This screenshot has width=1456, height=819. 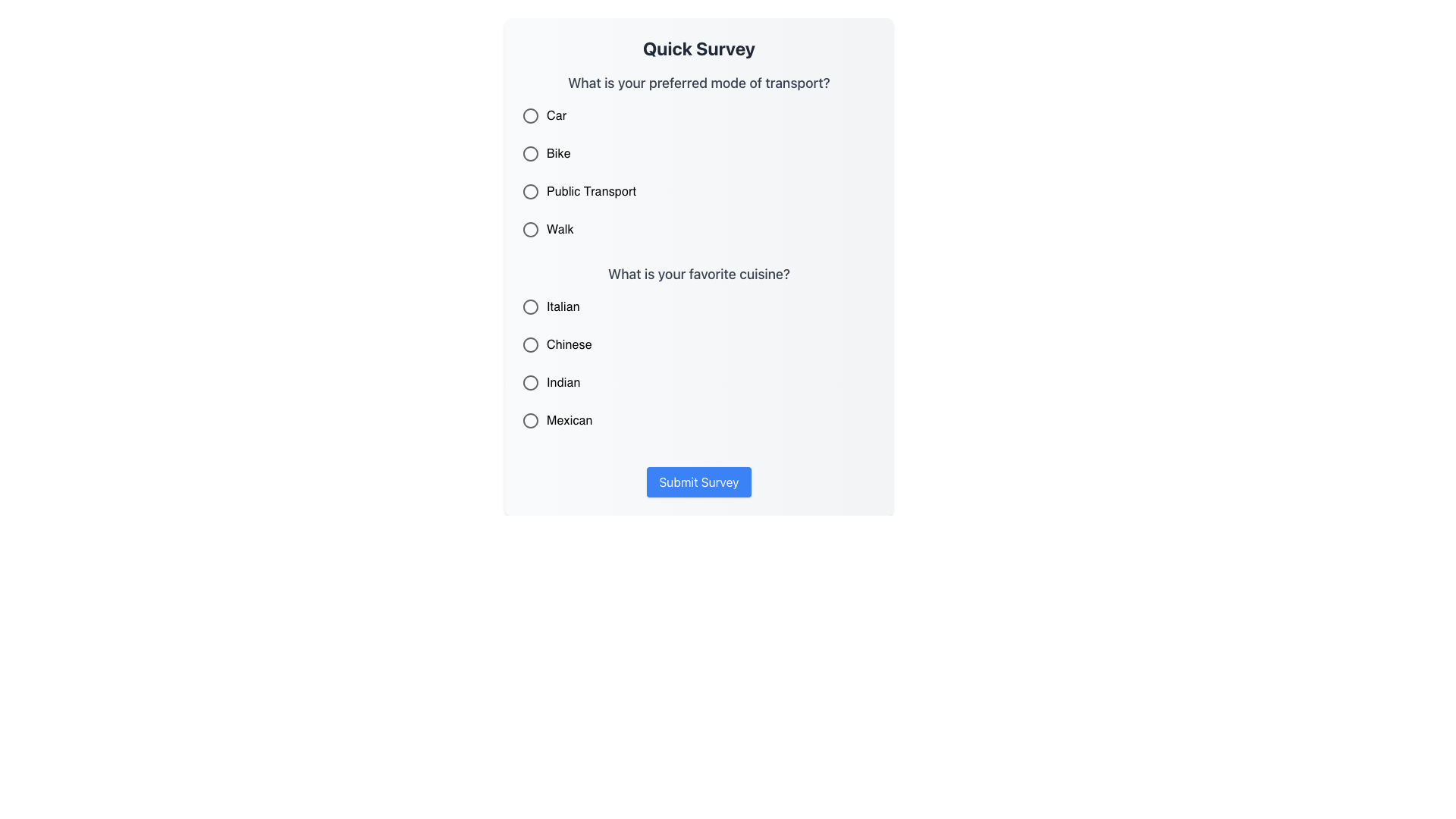 I want to click on the 'Chinese' radio button, so click(x=688, y=345).